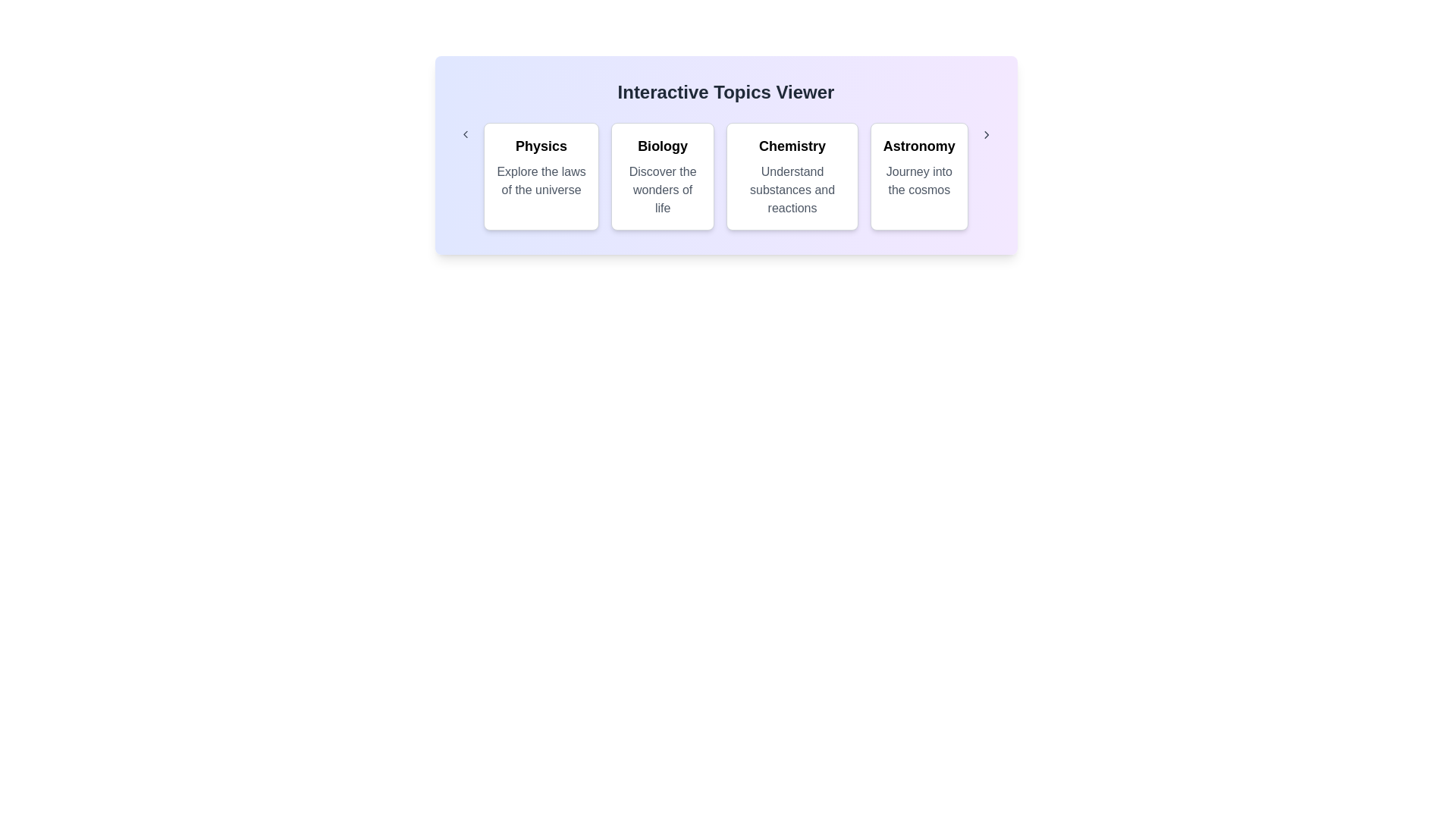  I want to click on the currently selected category to deselect it, so click(541, 175).